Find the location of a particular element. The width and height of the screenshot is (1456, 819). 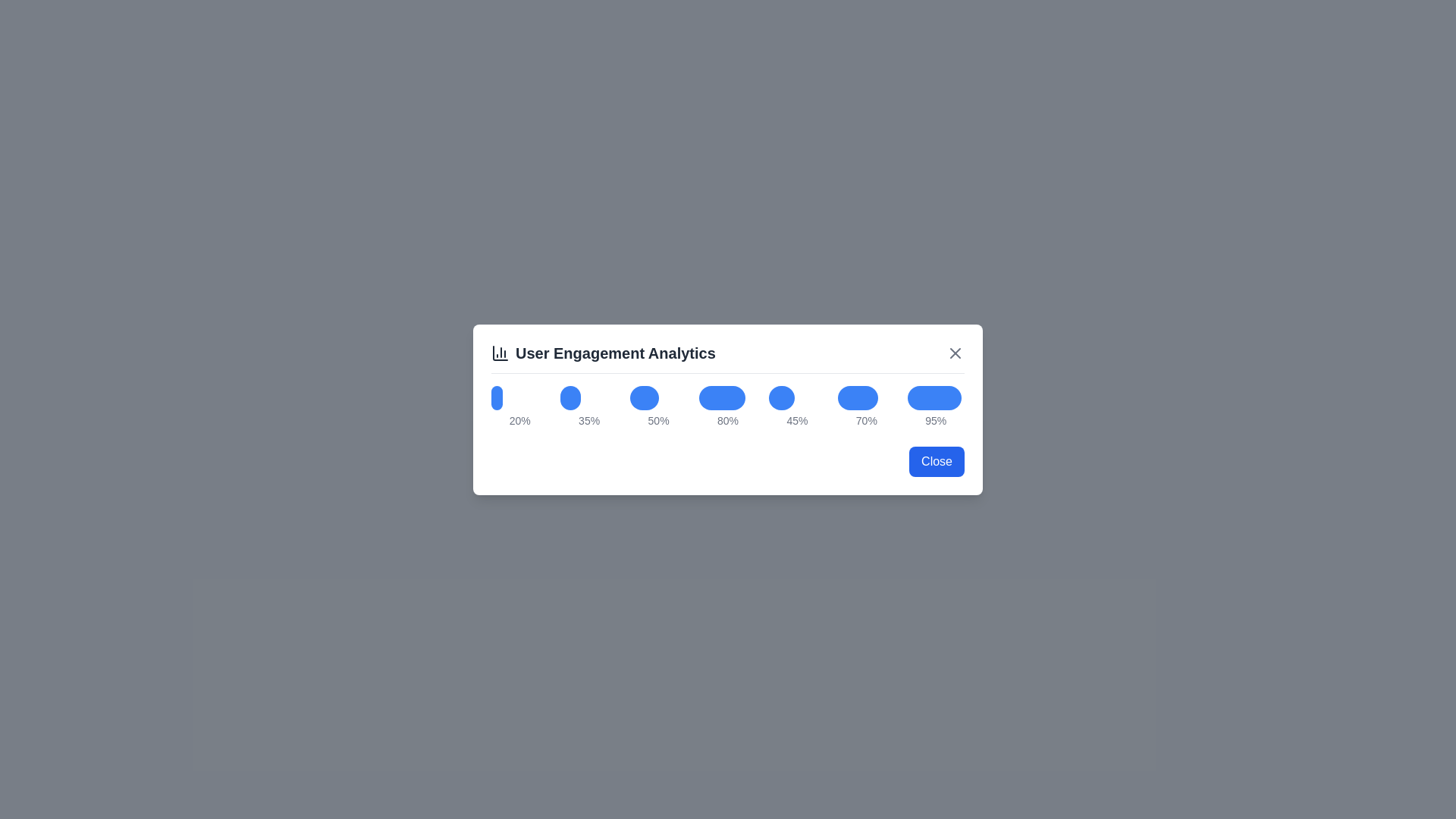

the bar graph corresponding to the percentage 50 is located at coordinates (644, 397).